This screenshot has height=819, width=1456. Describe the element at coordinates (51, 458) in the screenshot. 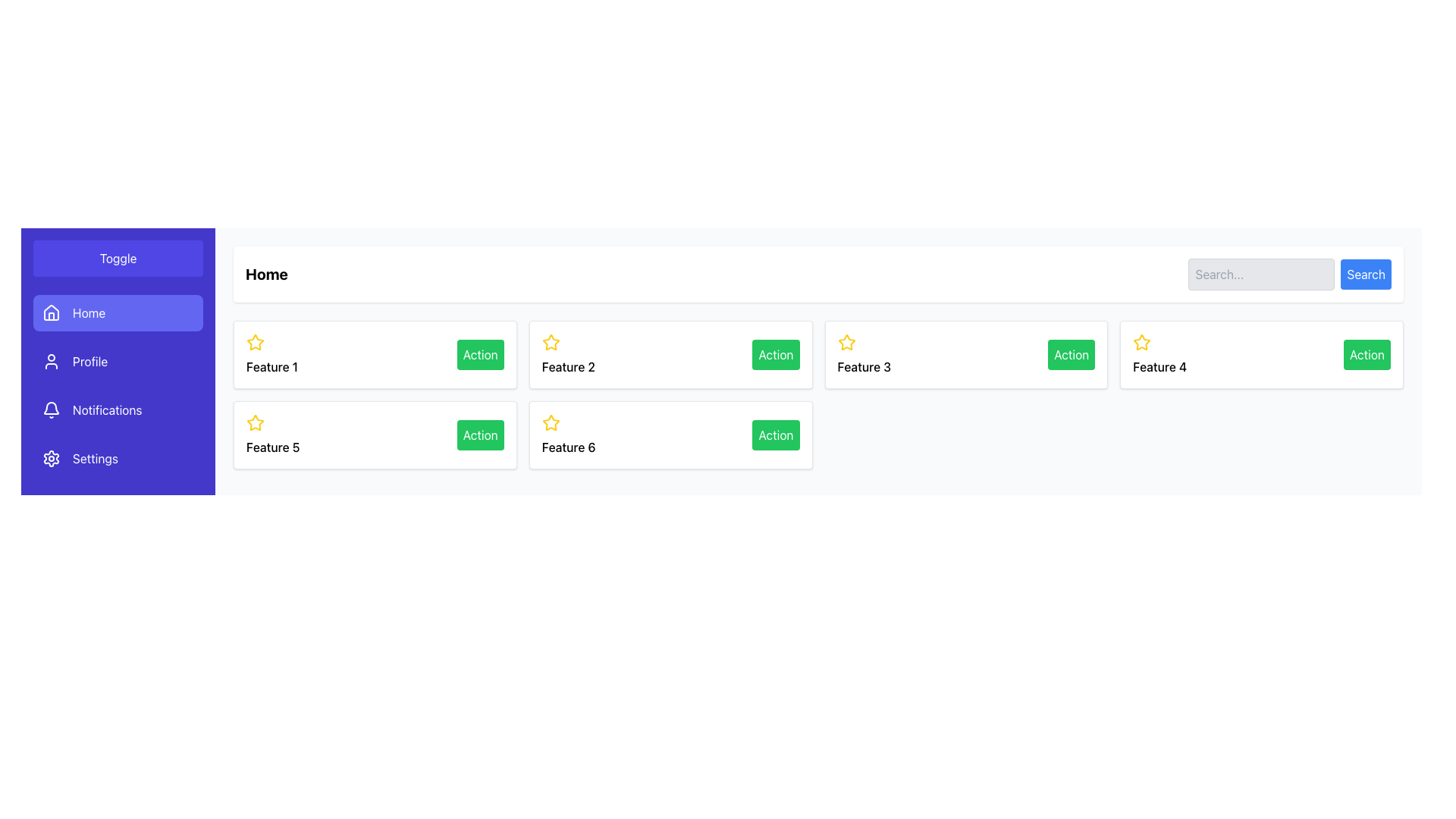

I see `the purple gear-shaped icon located in the bottom-right of the navigation sidebar` at that location.